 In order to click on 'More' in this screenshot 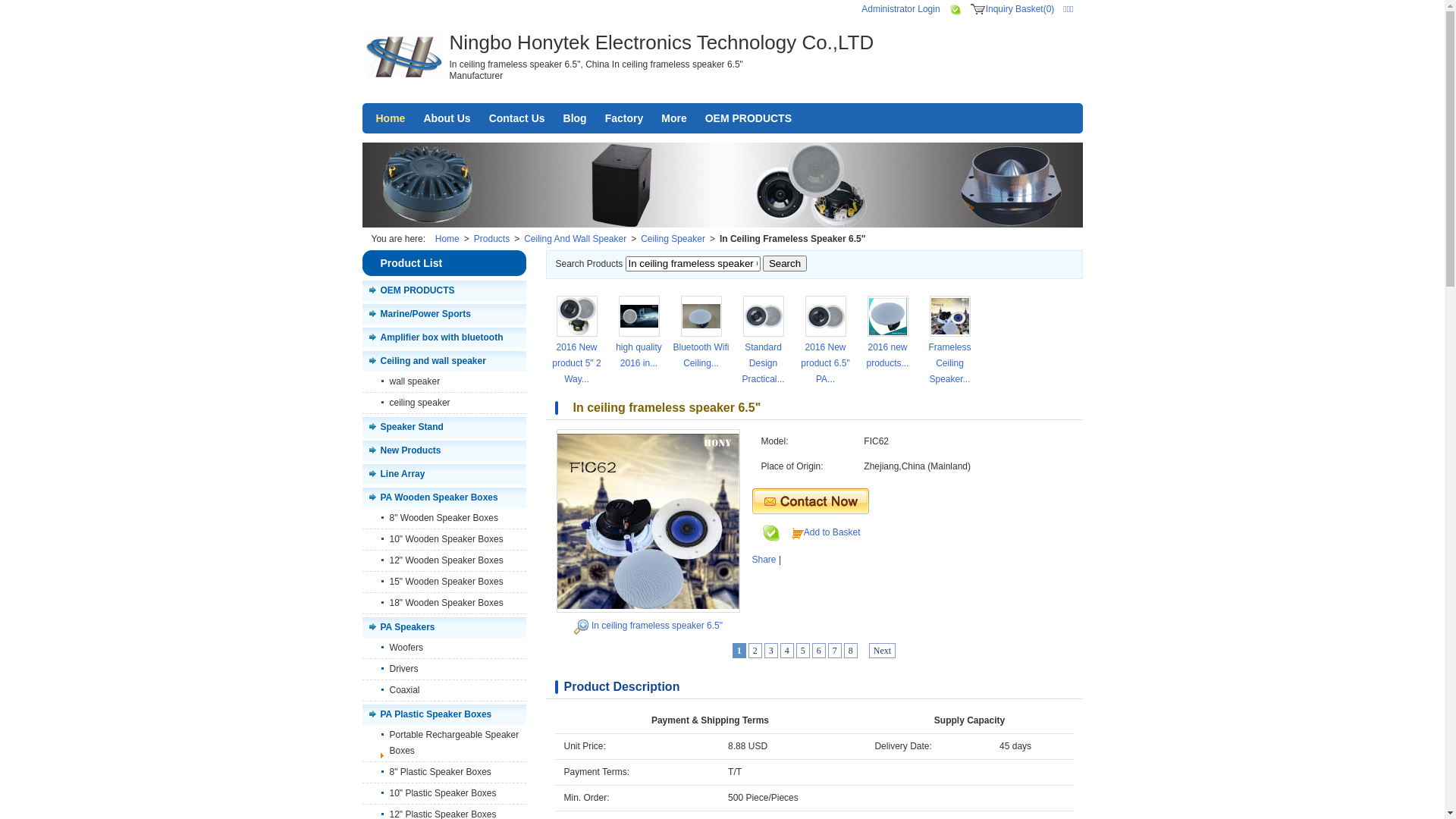, I will do `click(651, 117)`.